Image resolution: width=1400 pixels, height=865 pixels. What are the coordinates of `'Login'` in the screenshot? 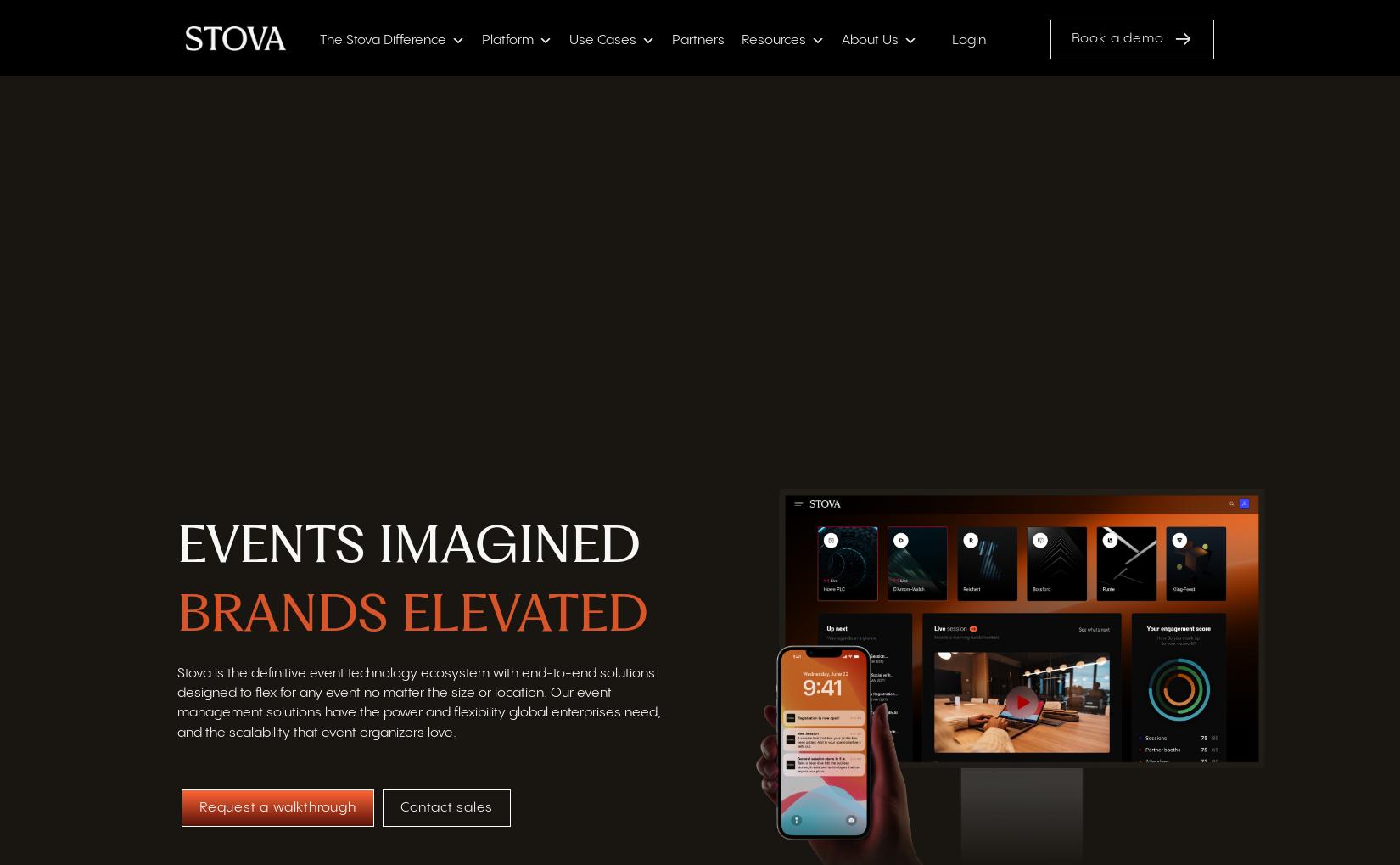 It's located at (967, 42).